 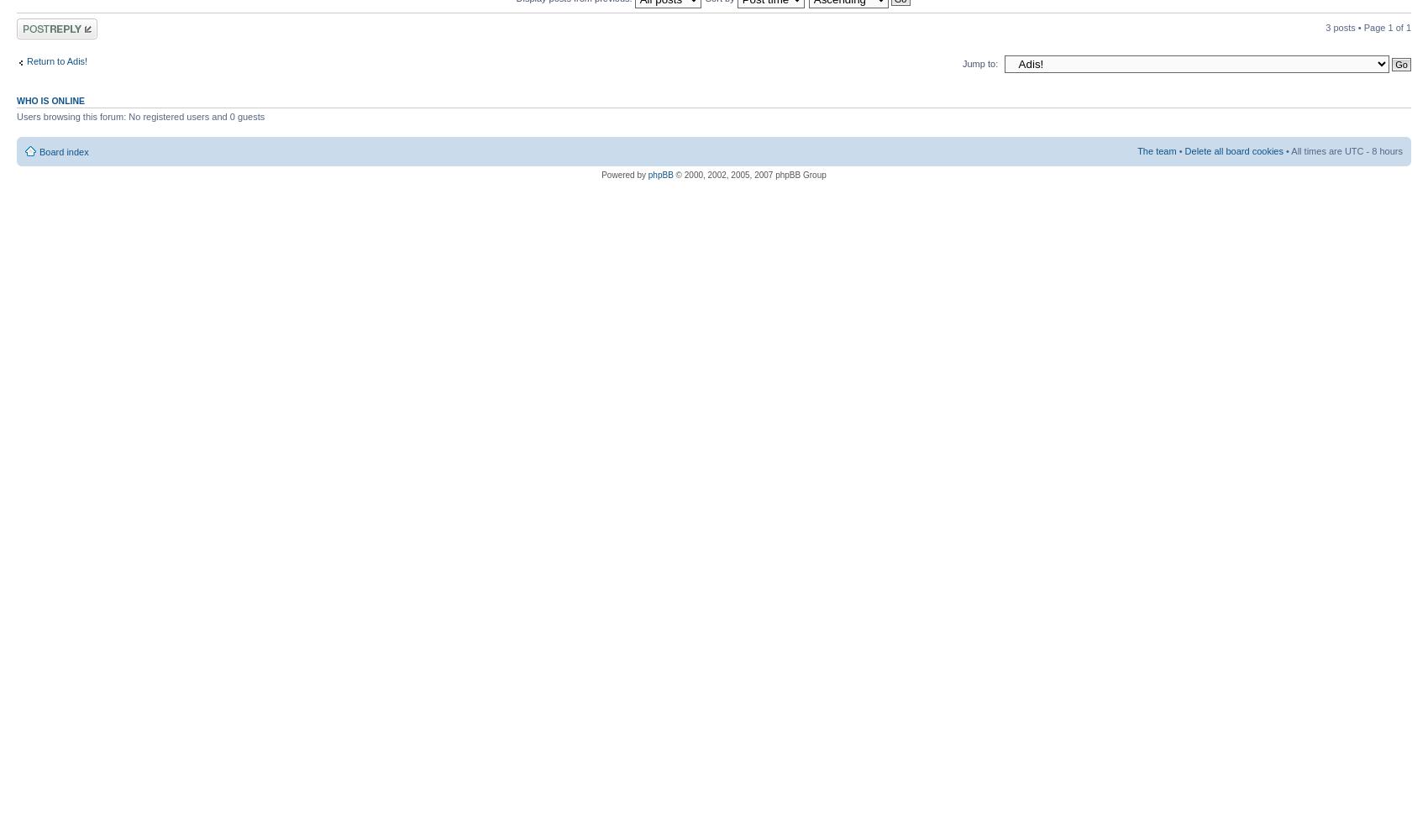 I want to click on 'Users browsing this forum: No registered users and 0 guests', so click(x=17, y=116).